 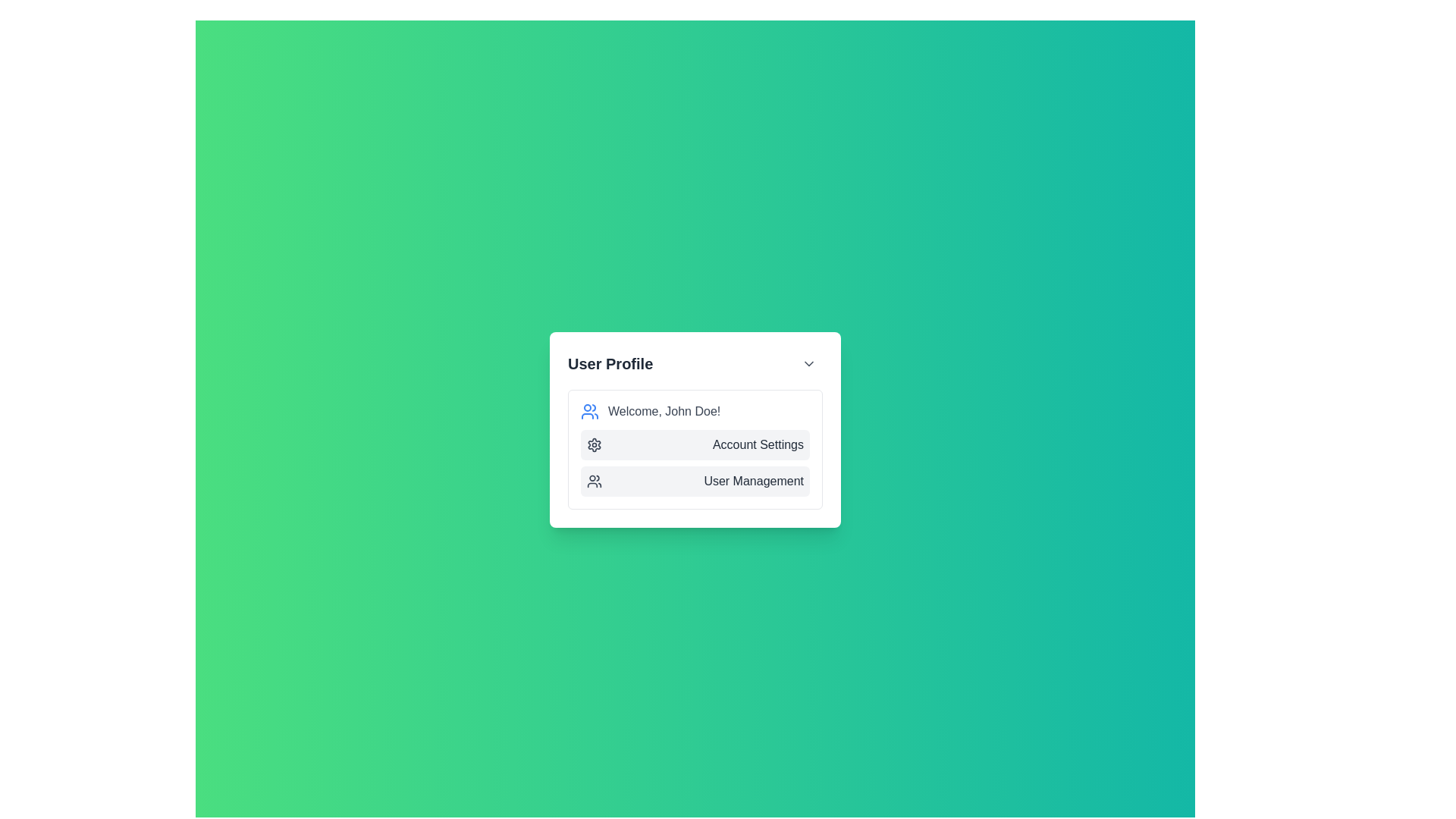 I want to click on welcome message displayed in the combined text and icon component located at the top of the user profile section, so click(x=694, y=412).